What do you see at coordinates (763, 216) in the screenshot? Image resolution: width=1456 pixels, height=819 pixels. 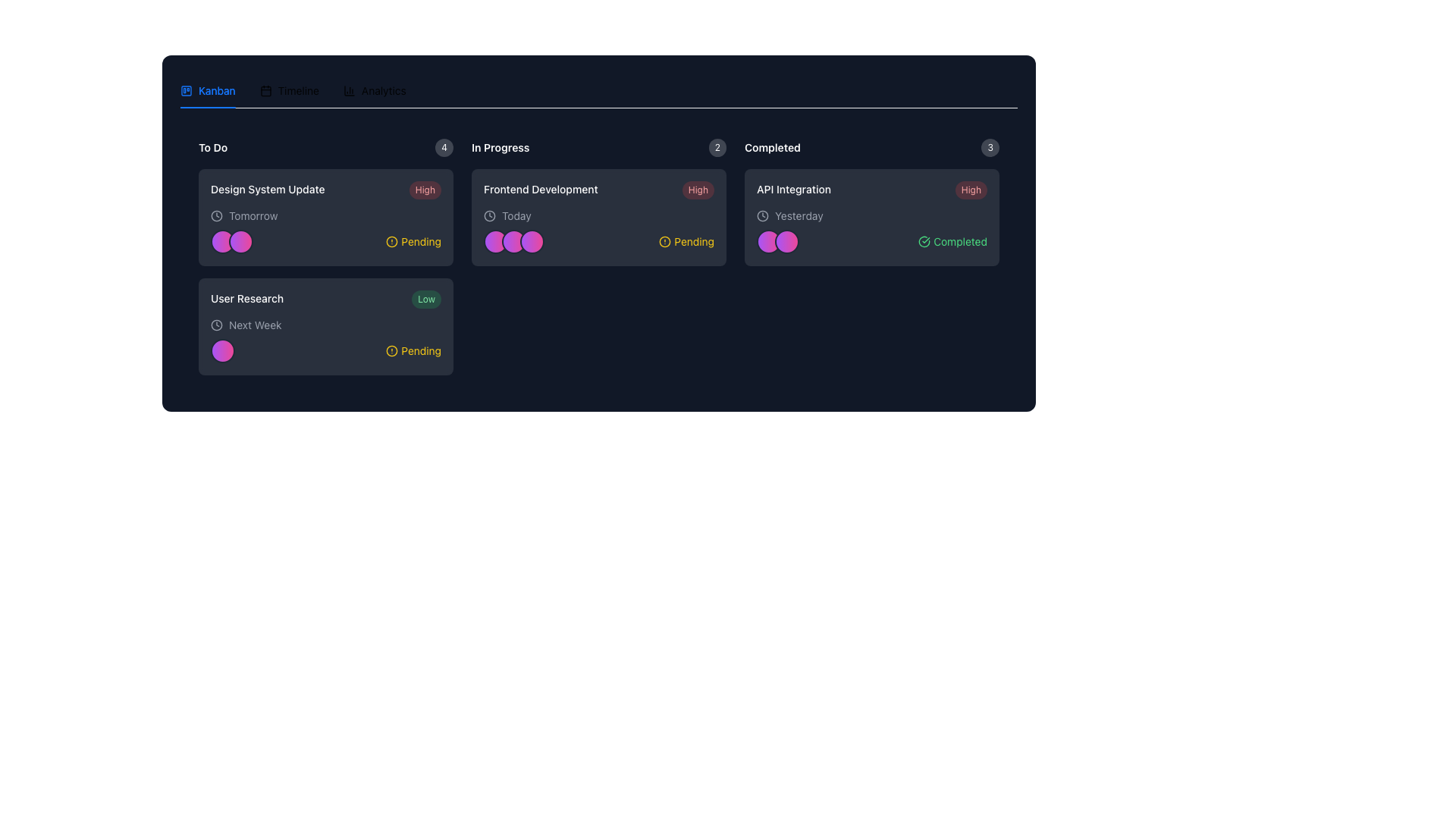 I see `circular SVG graphic element within the clock icon located in the 'Completed' card, beneath the 'API Integration' title and next to 'Yesterday'` at bounding box center [763, 216].